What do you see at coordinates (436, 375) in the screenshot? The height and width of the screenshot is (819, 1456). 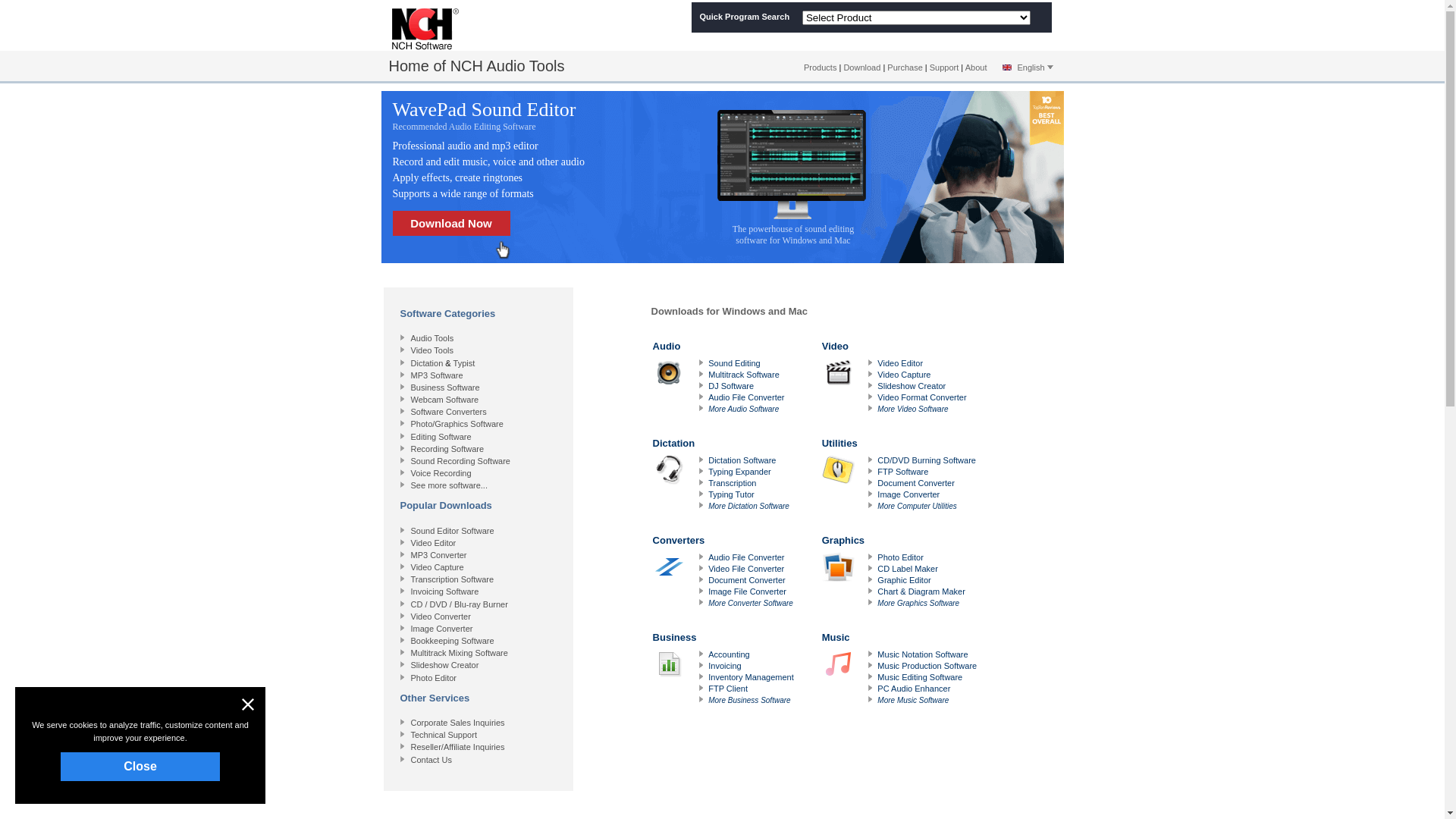 I see `'MP3 Software'` at bounding box center [436, 375].